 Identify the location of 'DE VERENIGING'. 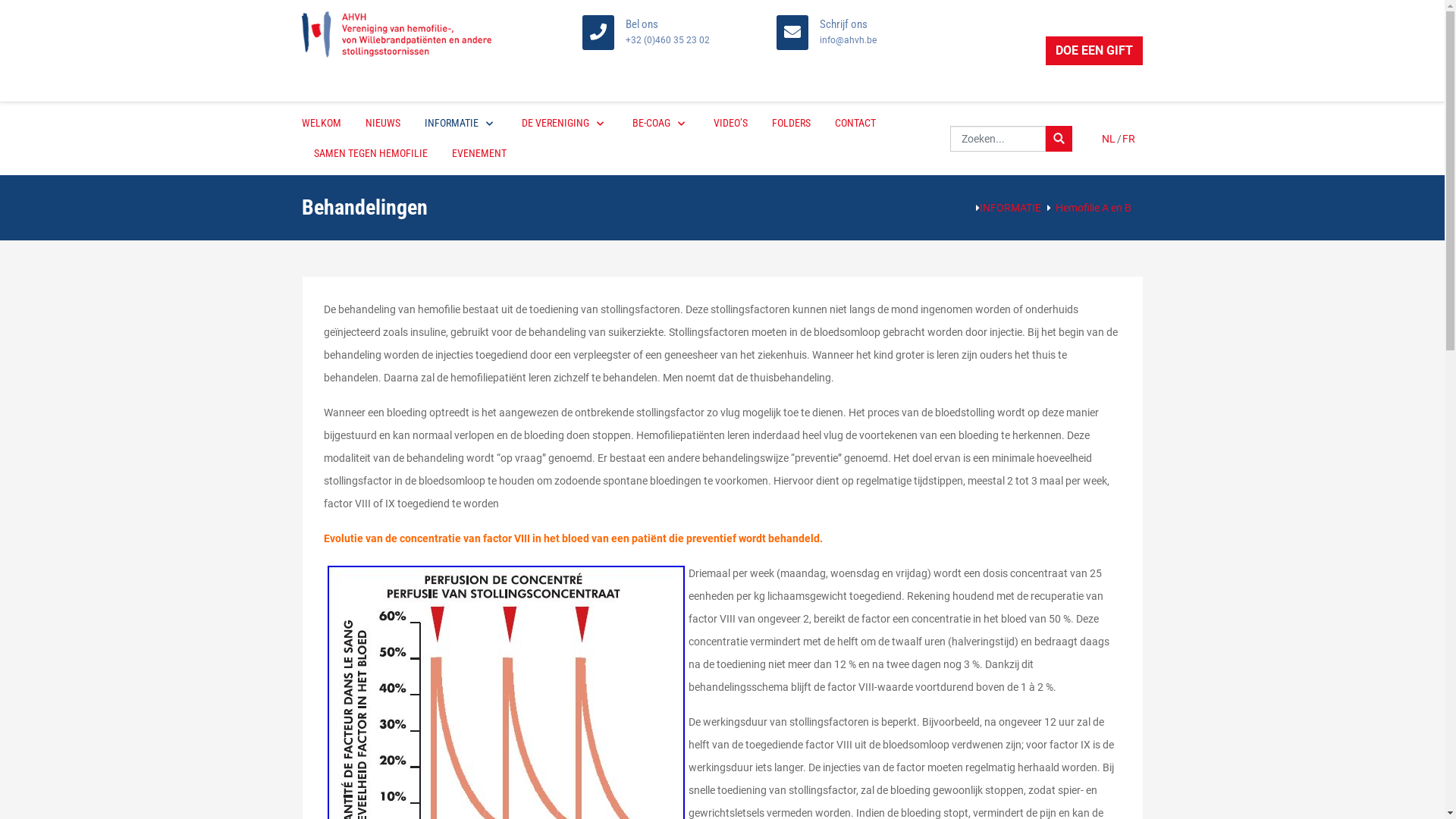
(563, 122).